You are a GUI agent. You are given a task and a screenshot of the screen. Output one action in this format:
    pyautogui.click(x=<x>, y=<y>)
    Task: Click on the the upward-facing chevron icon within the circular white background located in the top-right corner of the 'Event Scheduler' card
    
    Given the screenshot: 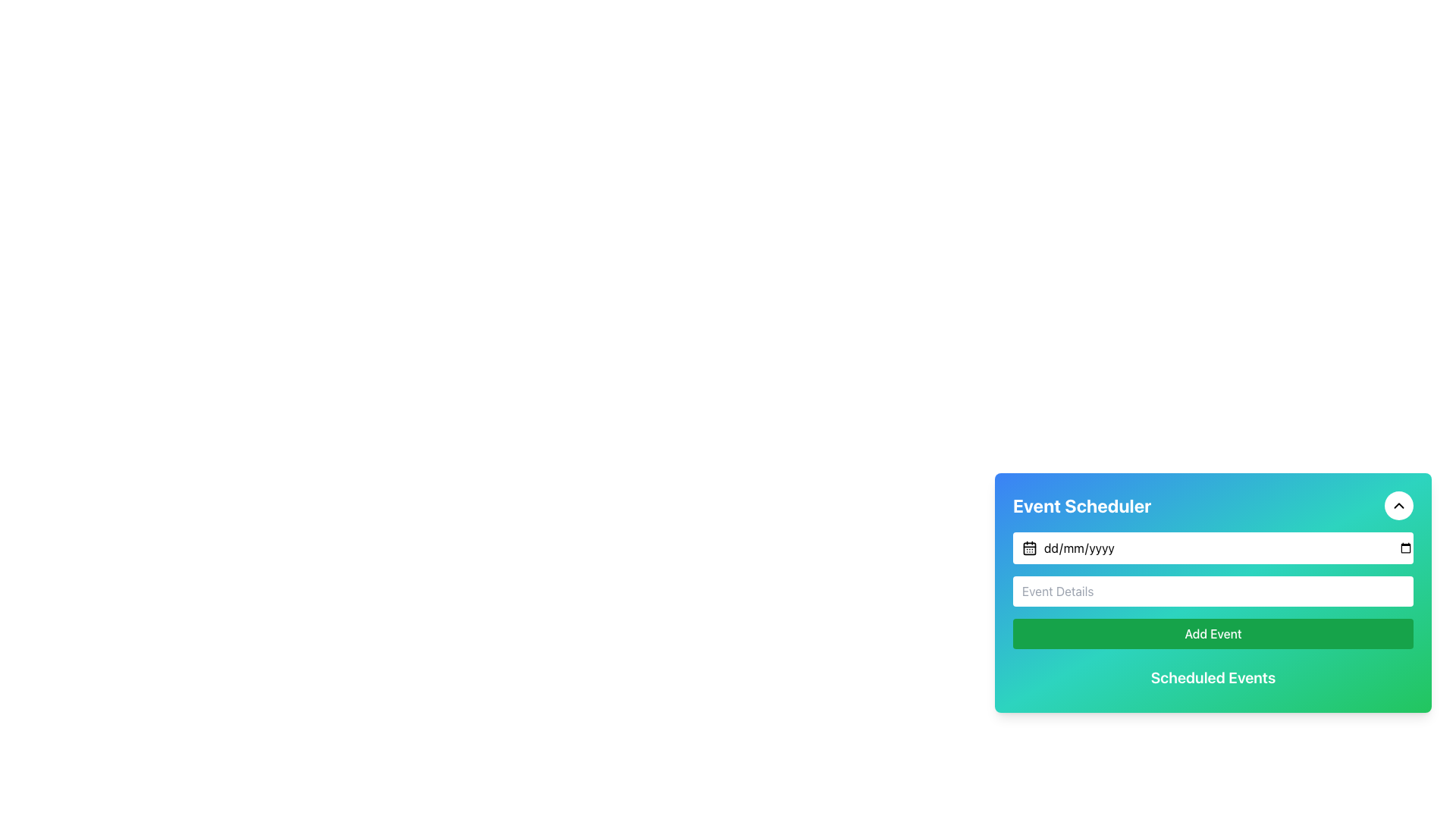 What is the action you would take?
    pyautogui.click(x=1398, y=506)
    